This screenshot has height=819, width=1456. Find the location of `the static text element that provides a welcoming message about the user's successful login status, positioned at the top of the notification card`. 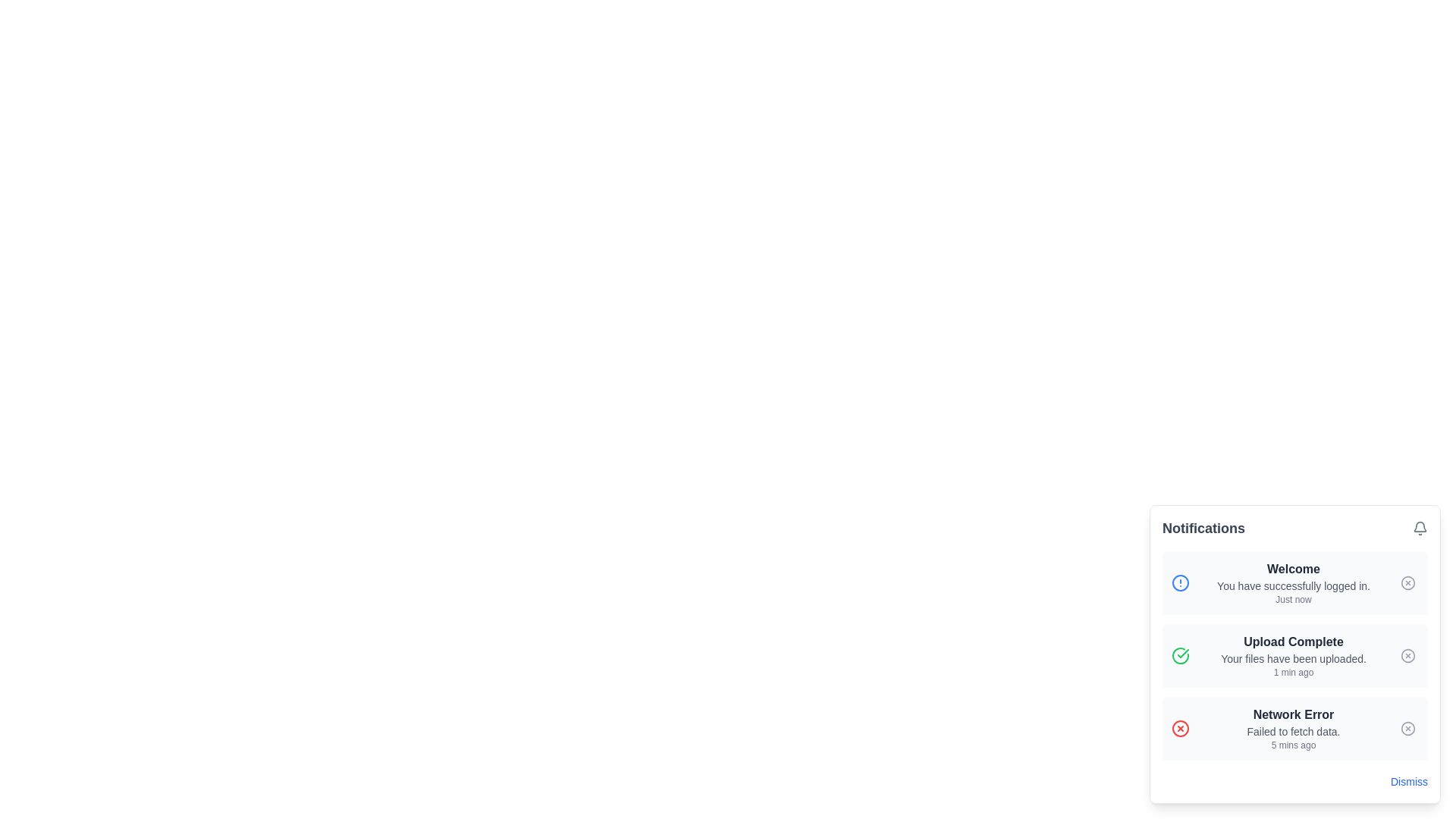

the static text element that provides a welcoming message about the user's successful login status, positioned at the top of the notification card is located at coordinates (1292, 570).